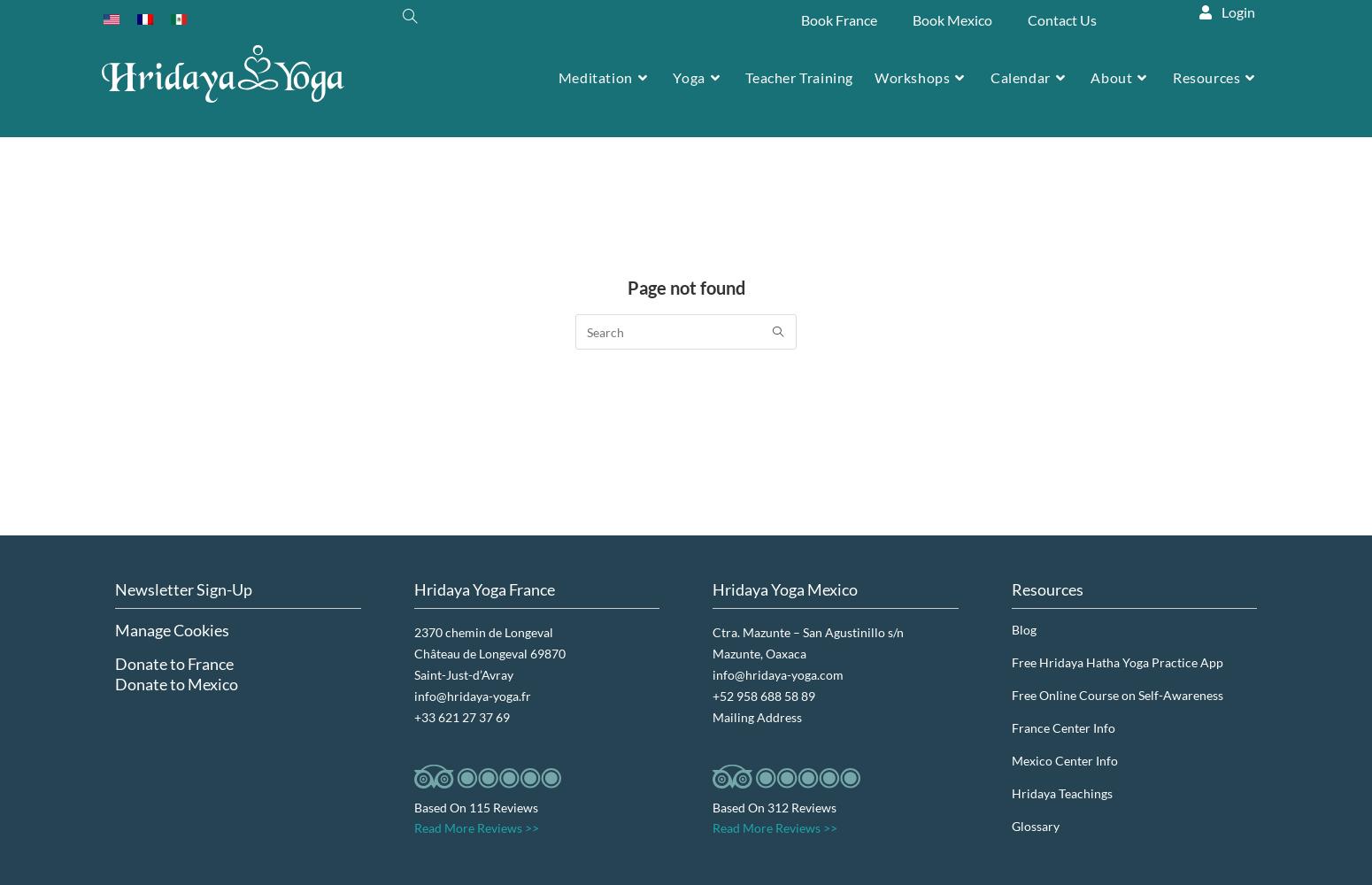  Describe the element at coordinates (593, 76) in the screenshot. I see `'Meditation'` at that location.